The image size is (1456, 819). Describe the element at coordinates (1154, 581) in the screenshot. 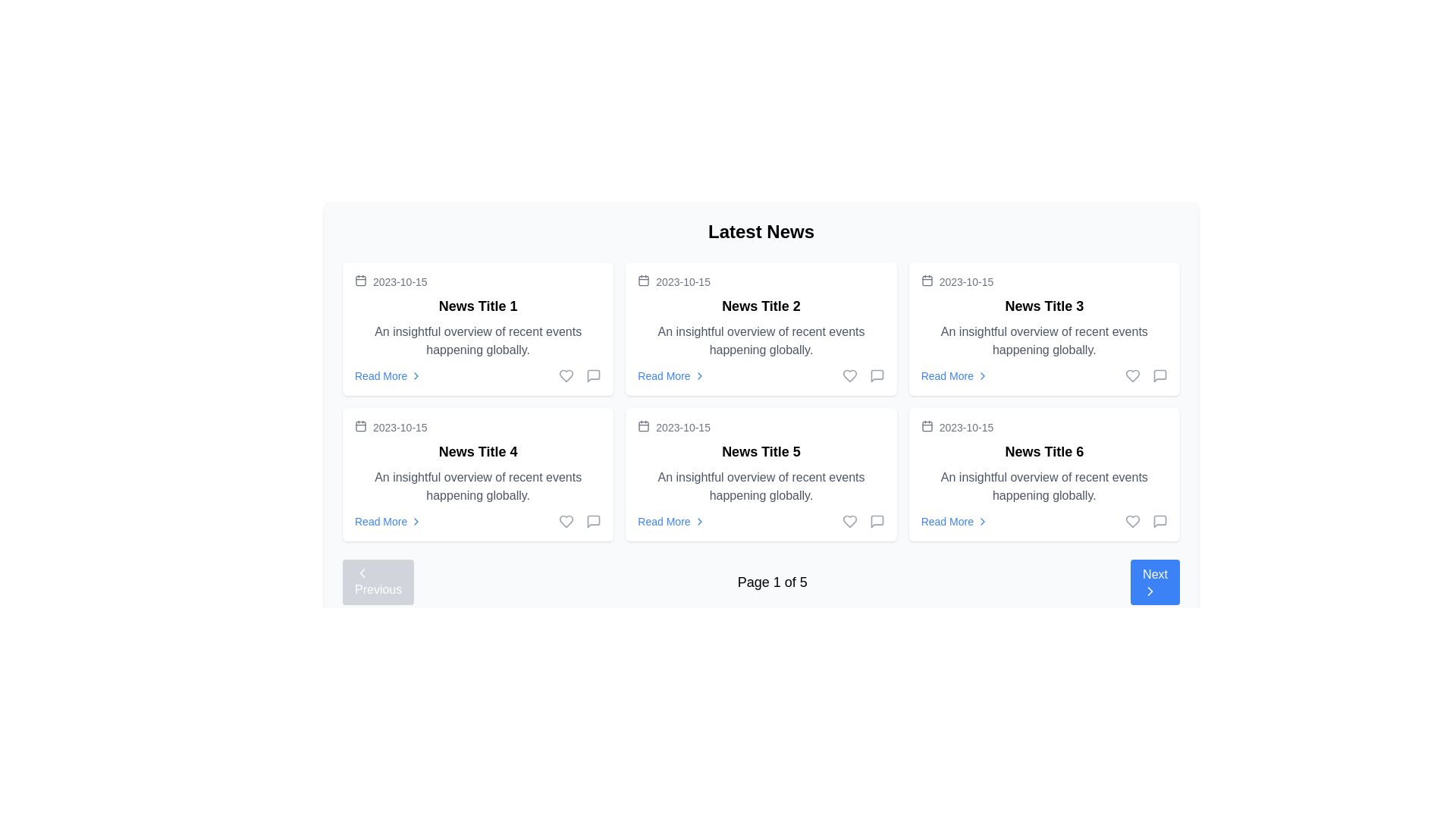

I see `keyboard navigation` at that location.